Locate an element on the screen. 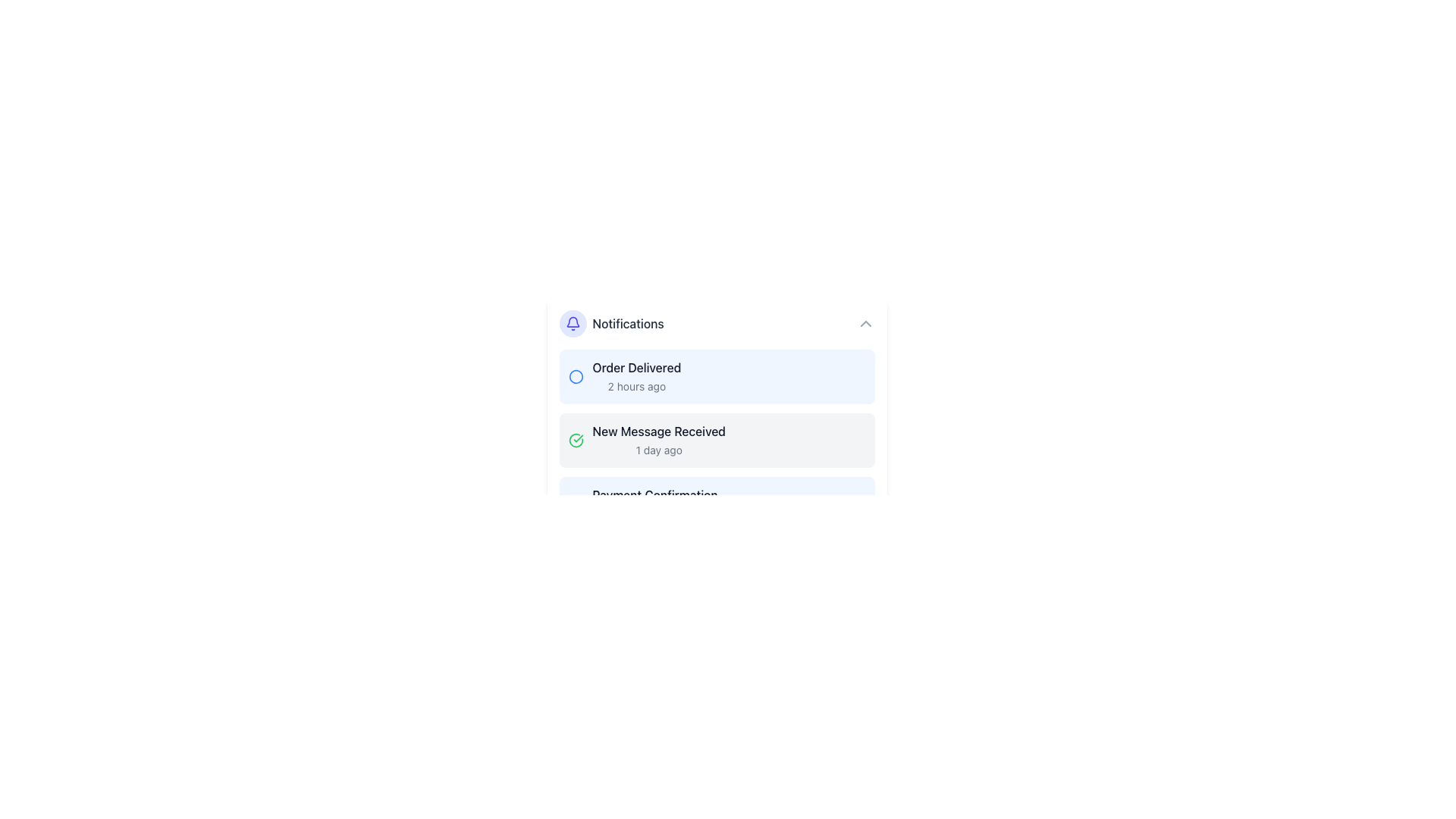 The image size is (1456, 819). the 'Notifications' label with a purple bell icon is located at coordinates (611, 323).